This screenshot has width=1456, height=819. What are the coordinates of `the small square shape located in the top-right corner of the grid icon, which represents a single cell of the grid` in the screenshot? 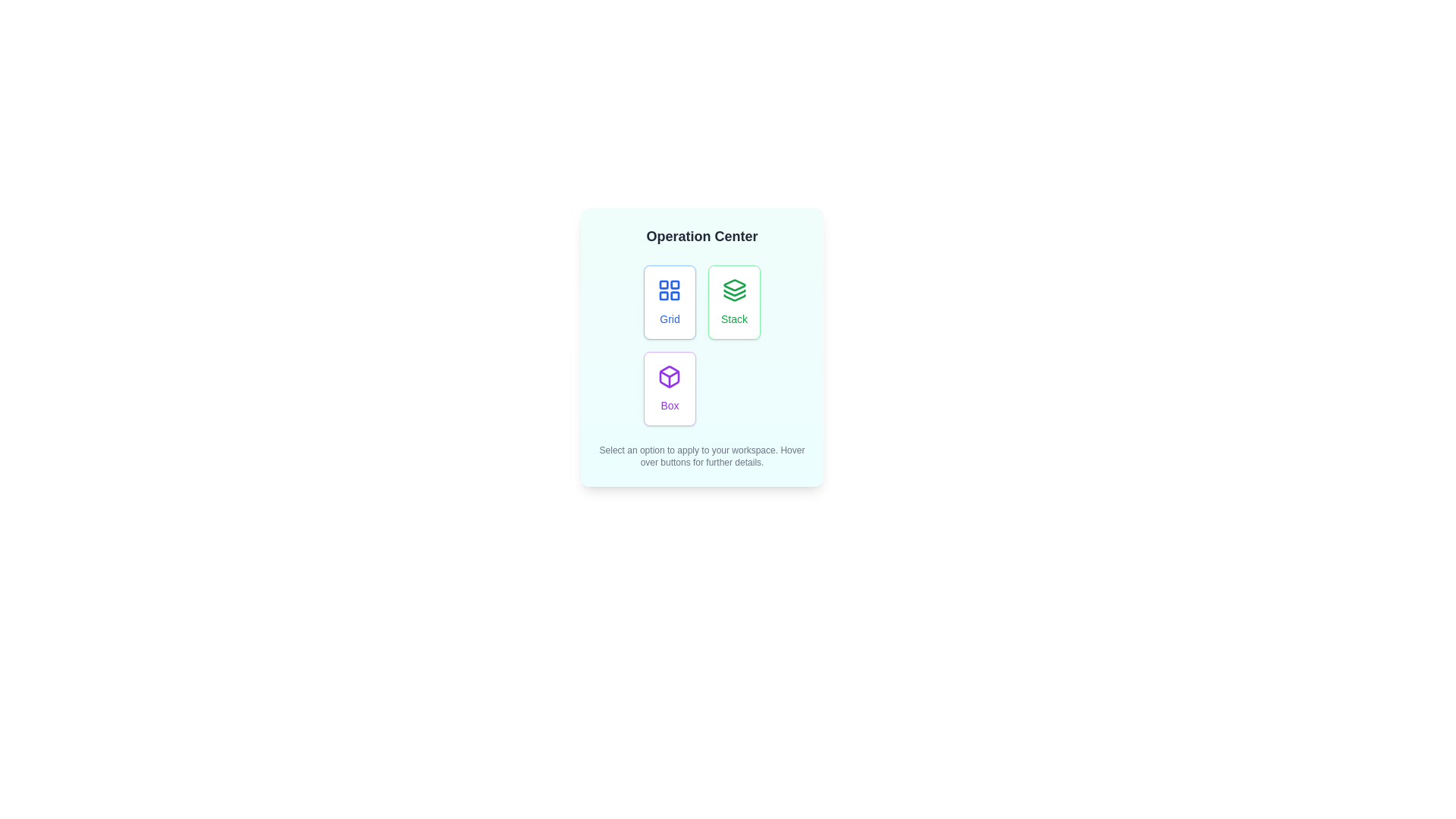 It's located at (674, 284).